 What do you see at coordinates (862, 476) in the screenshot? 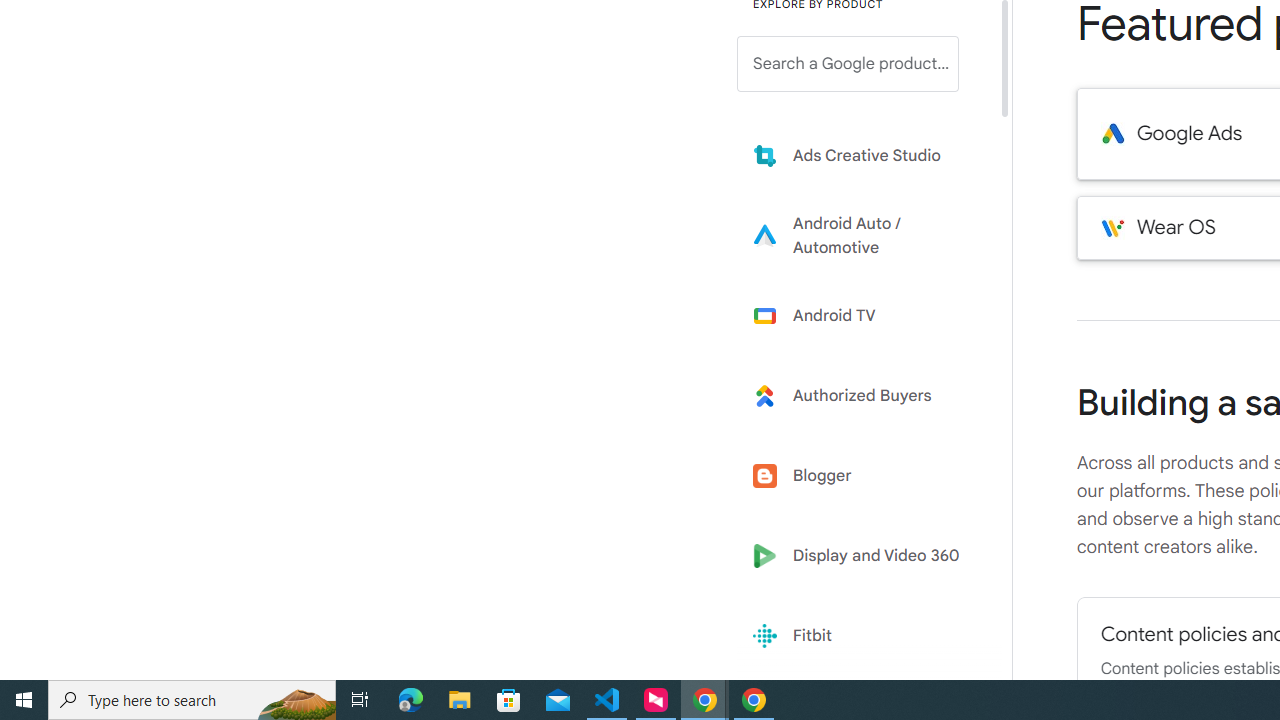
I see `'Blogger'` at bounding box center [862, 476].